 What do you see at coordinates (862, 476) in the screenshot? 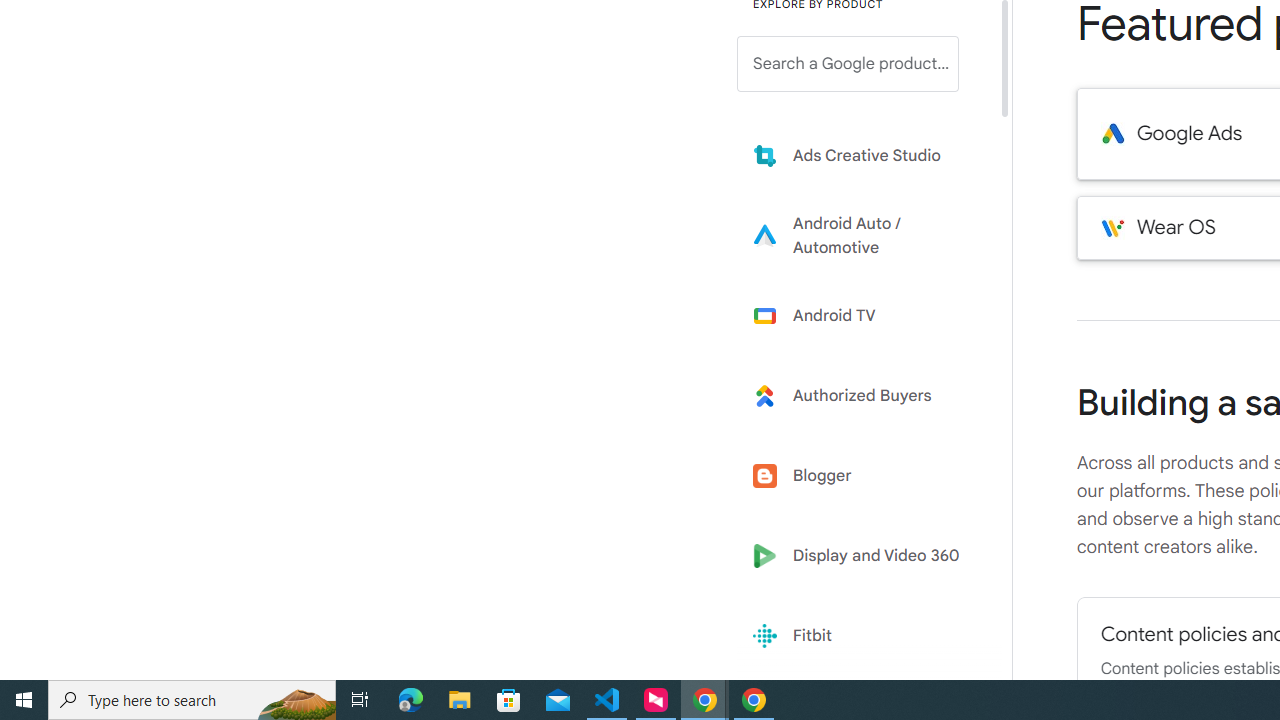
I see `'Blogger'` at bounding box center [862, 476].